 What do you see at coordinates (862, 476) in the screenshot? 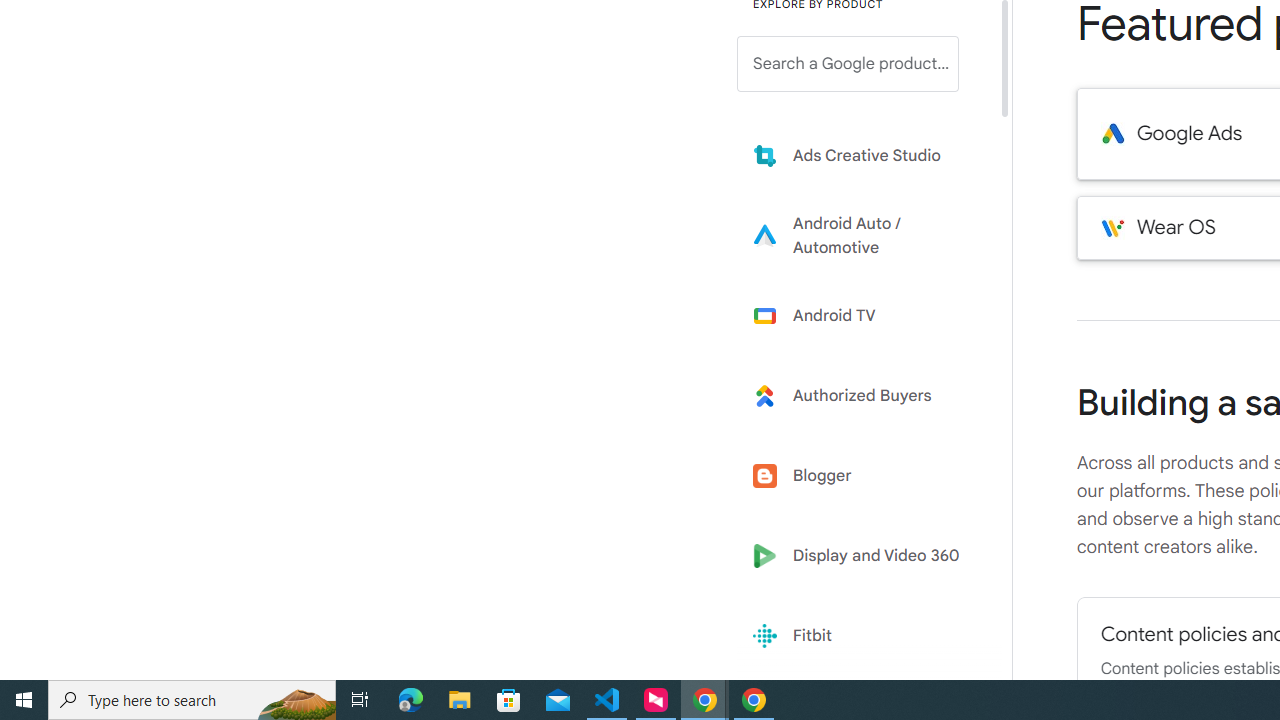
I see `'Blogger'` at bounding box center [862, 476].